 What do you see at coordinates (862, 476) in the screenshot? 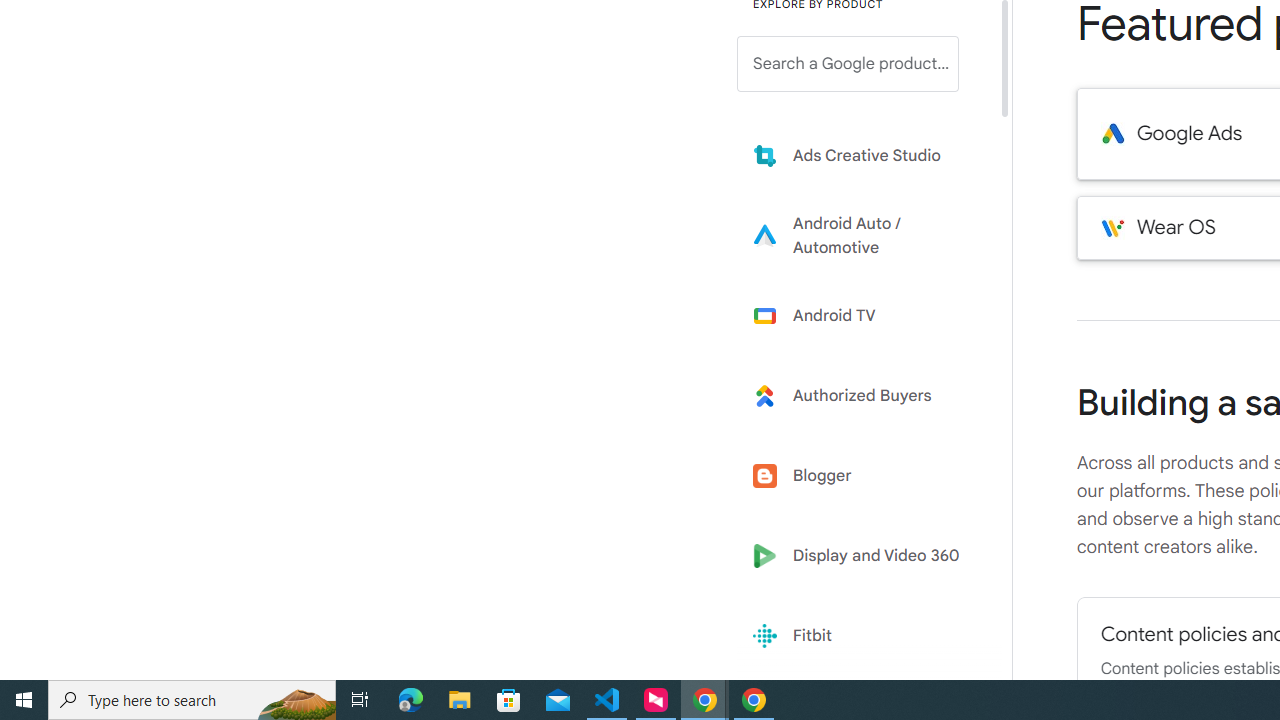
I see `'Blogger'` at bounding box center [862, 476].